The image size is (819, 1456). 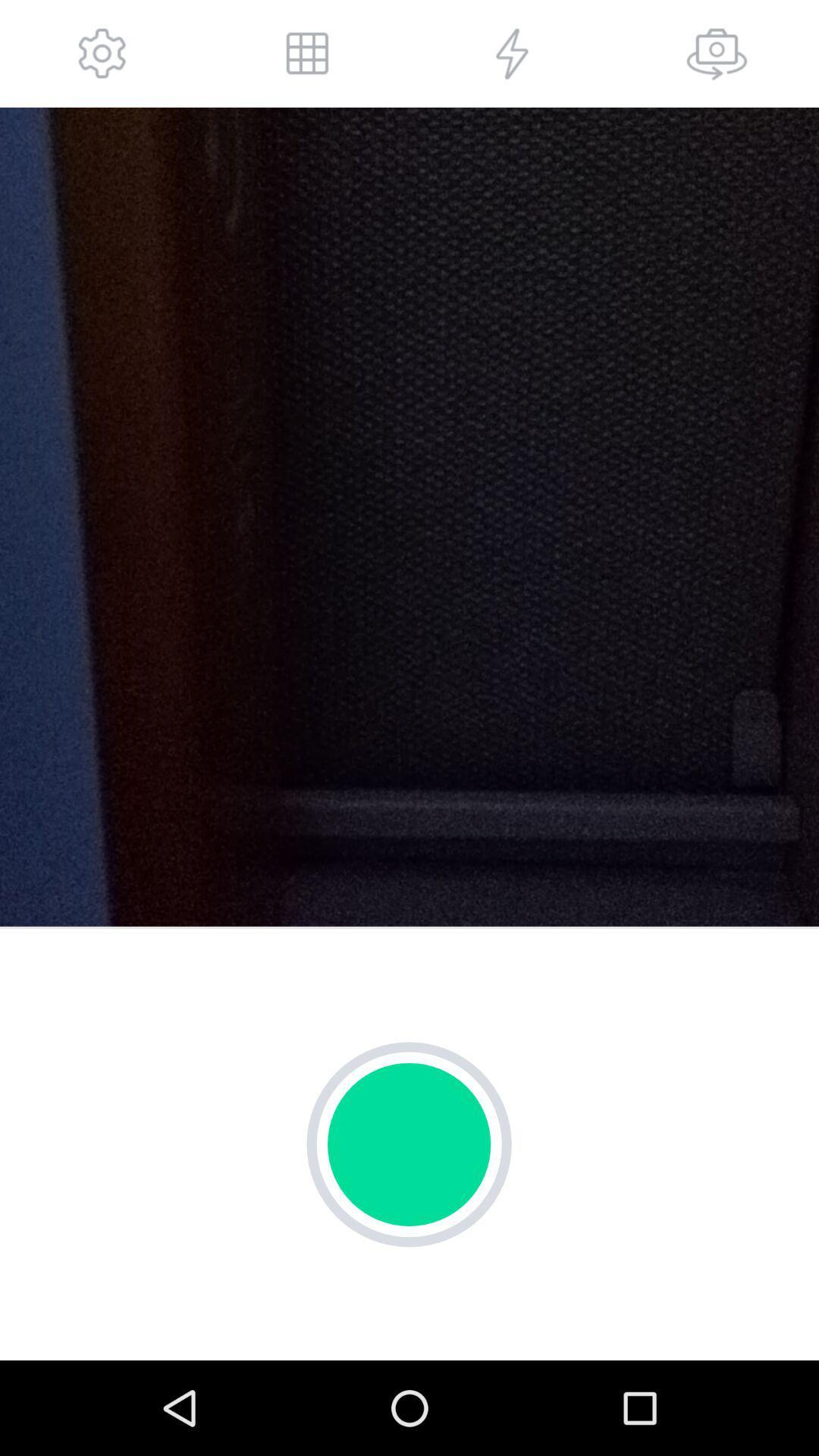 What do you see at coordinates (717, 53) in the screenshot?
I see `flip front cam` at bounding box center [717, 53].